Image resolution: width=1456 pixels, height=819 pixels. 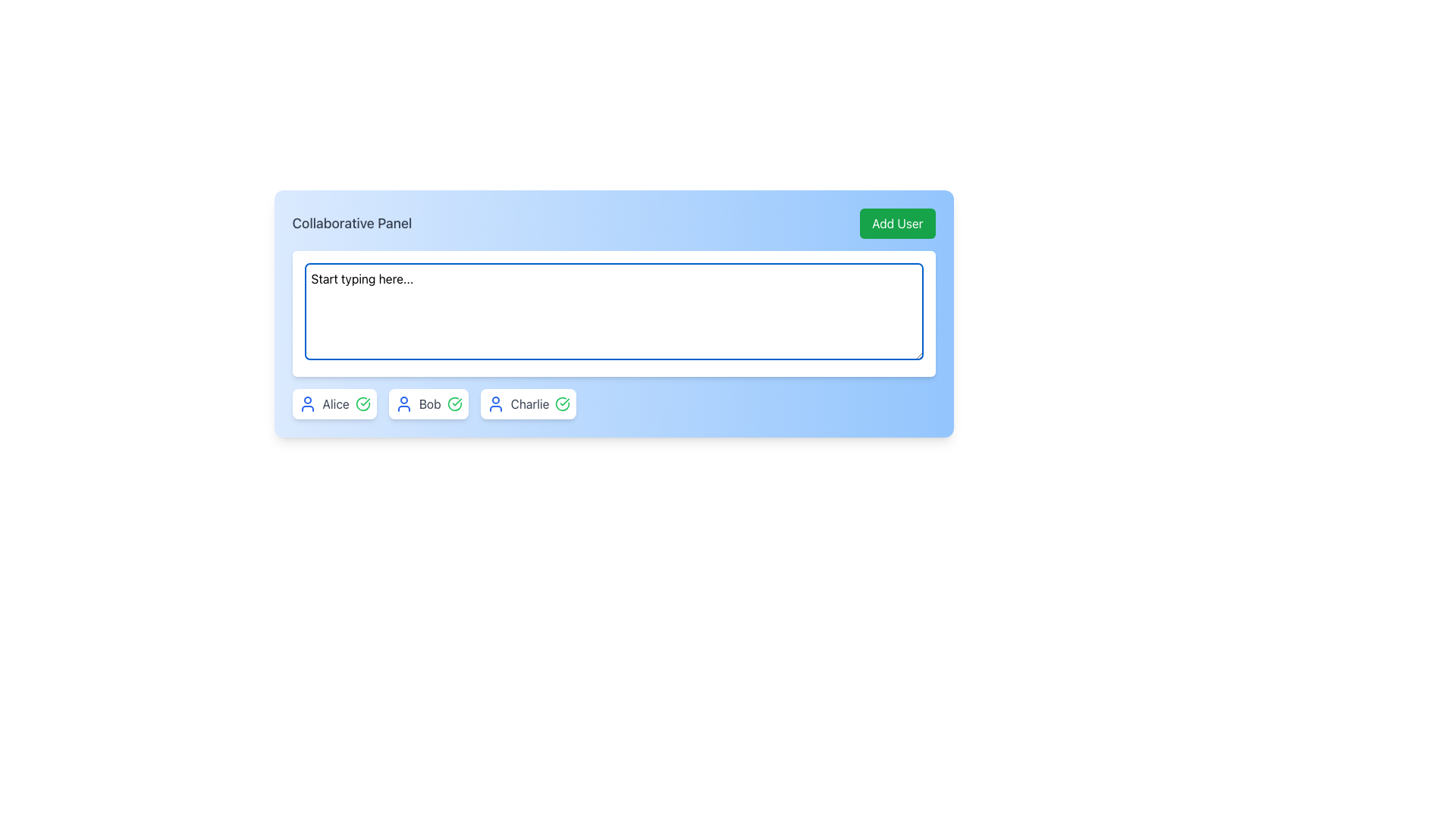 What do you see at coordinates (495, 403) in the screenshot?
I see `the user profile SVG icon, which features a circular head and a blue outline, located next to the text label 'Charlie'` at bounding box center [495, 403].